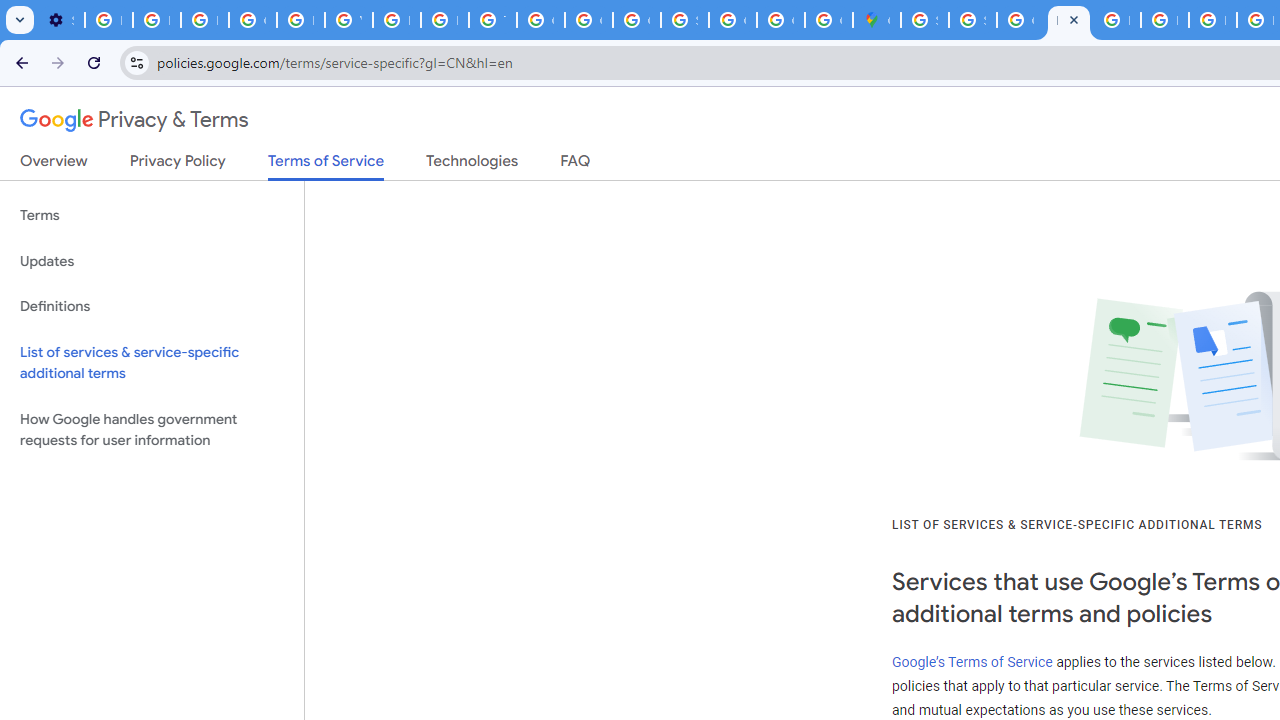  I want to click on 'Privacy Help Center - Policies Help', so click(1211, 20).